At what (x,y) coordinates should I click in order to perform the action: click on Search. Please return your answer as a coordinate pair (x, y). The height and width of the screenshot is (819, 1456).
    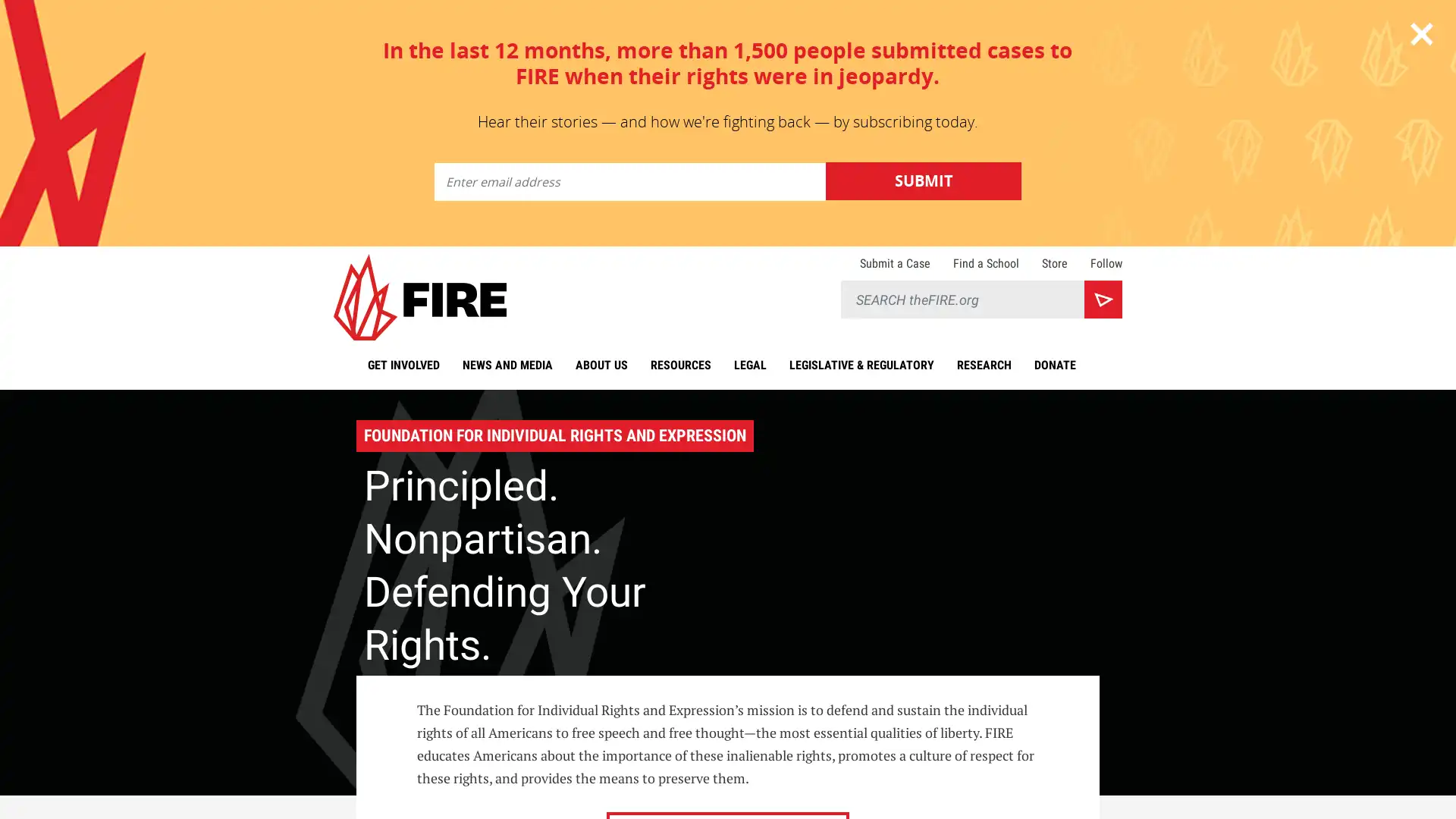
    Looking at the image, I should click on (1103, 299).